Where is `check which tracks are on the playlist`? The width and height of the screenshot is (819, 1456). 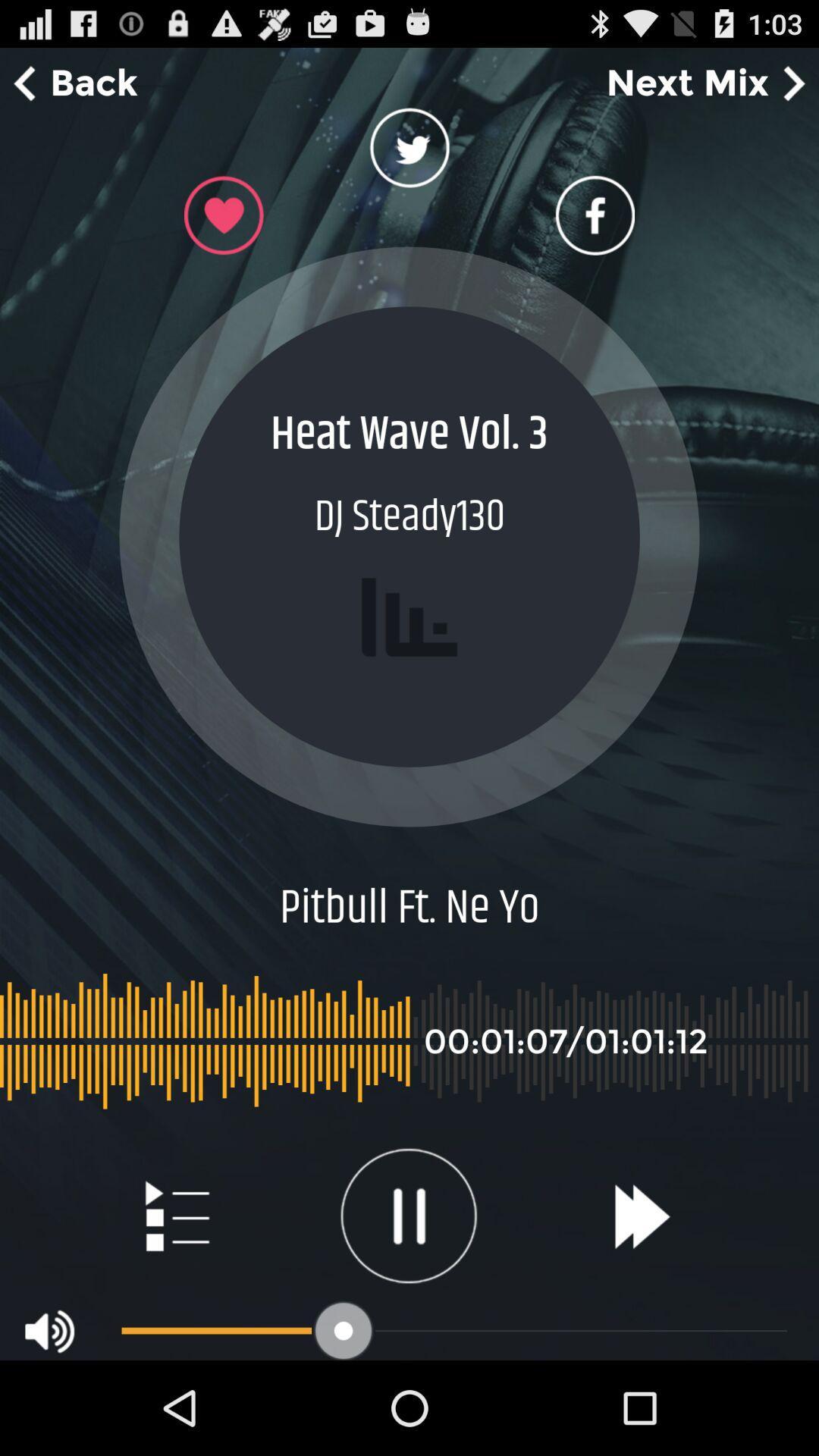 check which tracks are on the playlist is located at coordinates (175, 1216).